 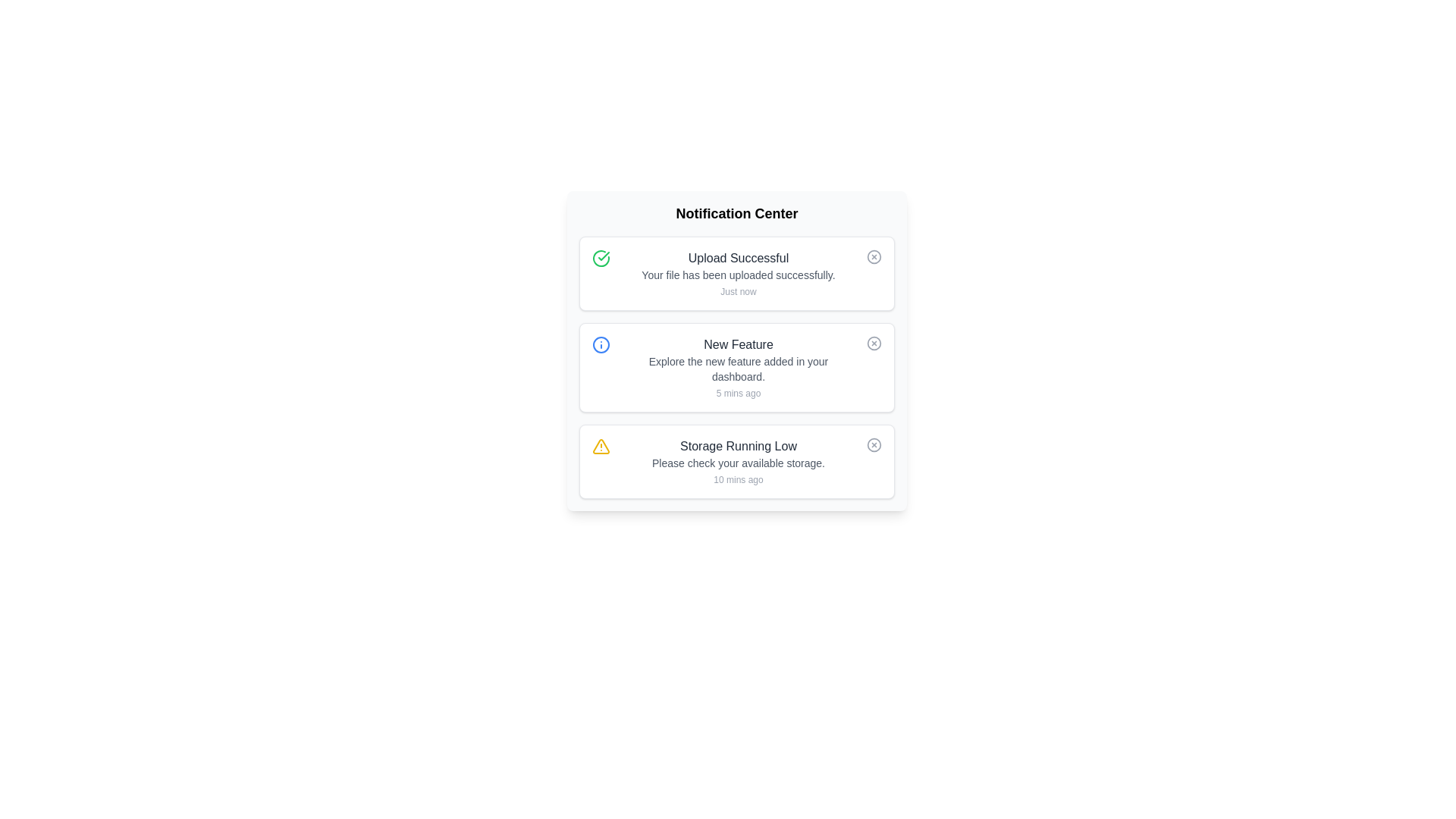 What do you see at coordinates (739, 345) in the screenshot?
I see `the bold text label reading 'New Feature' in the notification center interface, which is styled in dark gray and positioned at the top of its notification block` at bounding box center [739, 345].